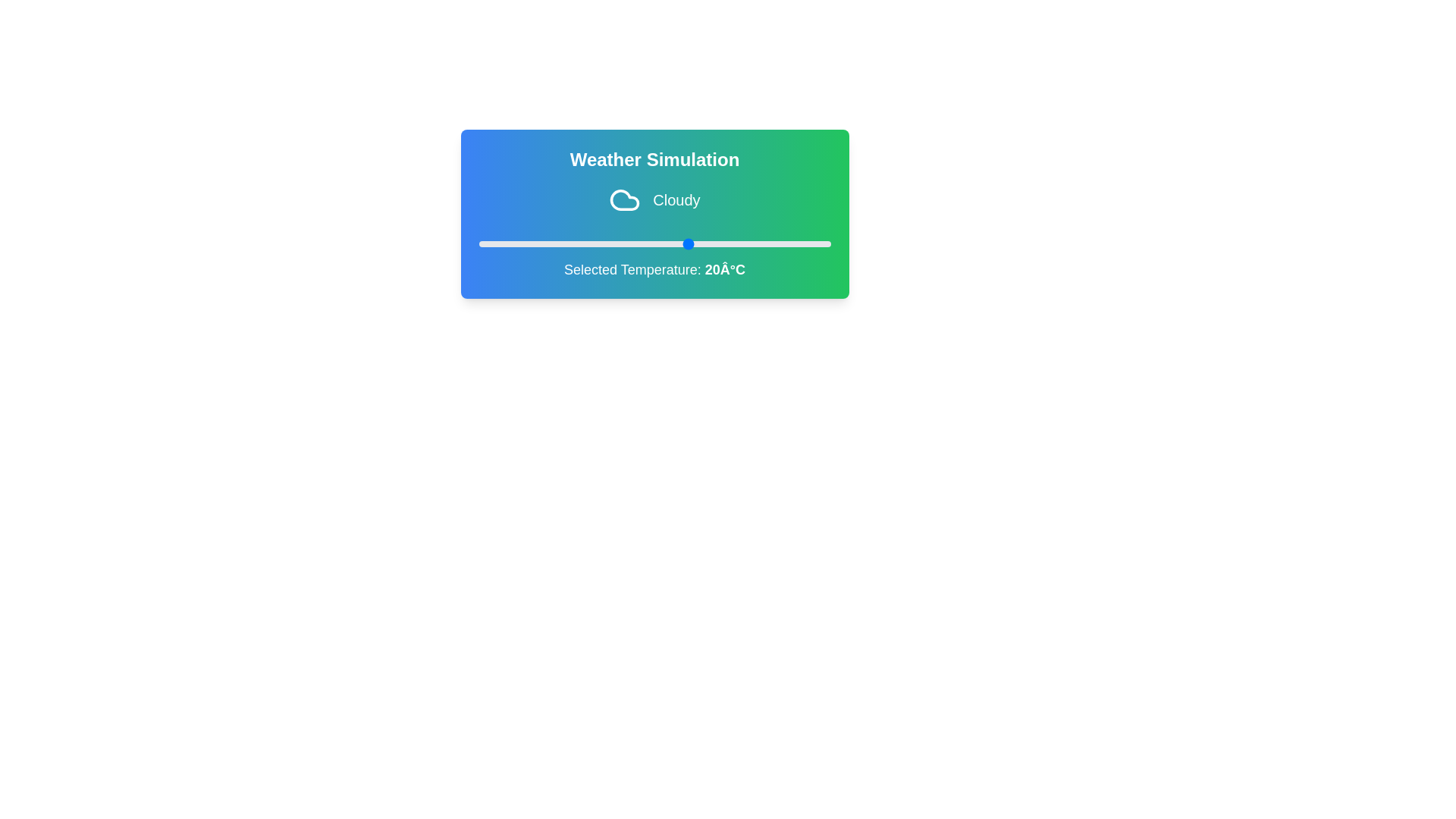  I want to click on the temperature, so click(604, 243).